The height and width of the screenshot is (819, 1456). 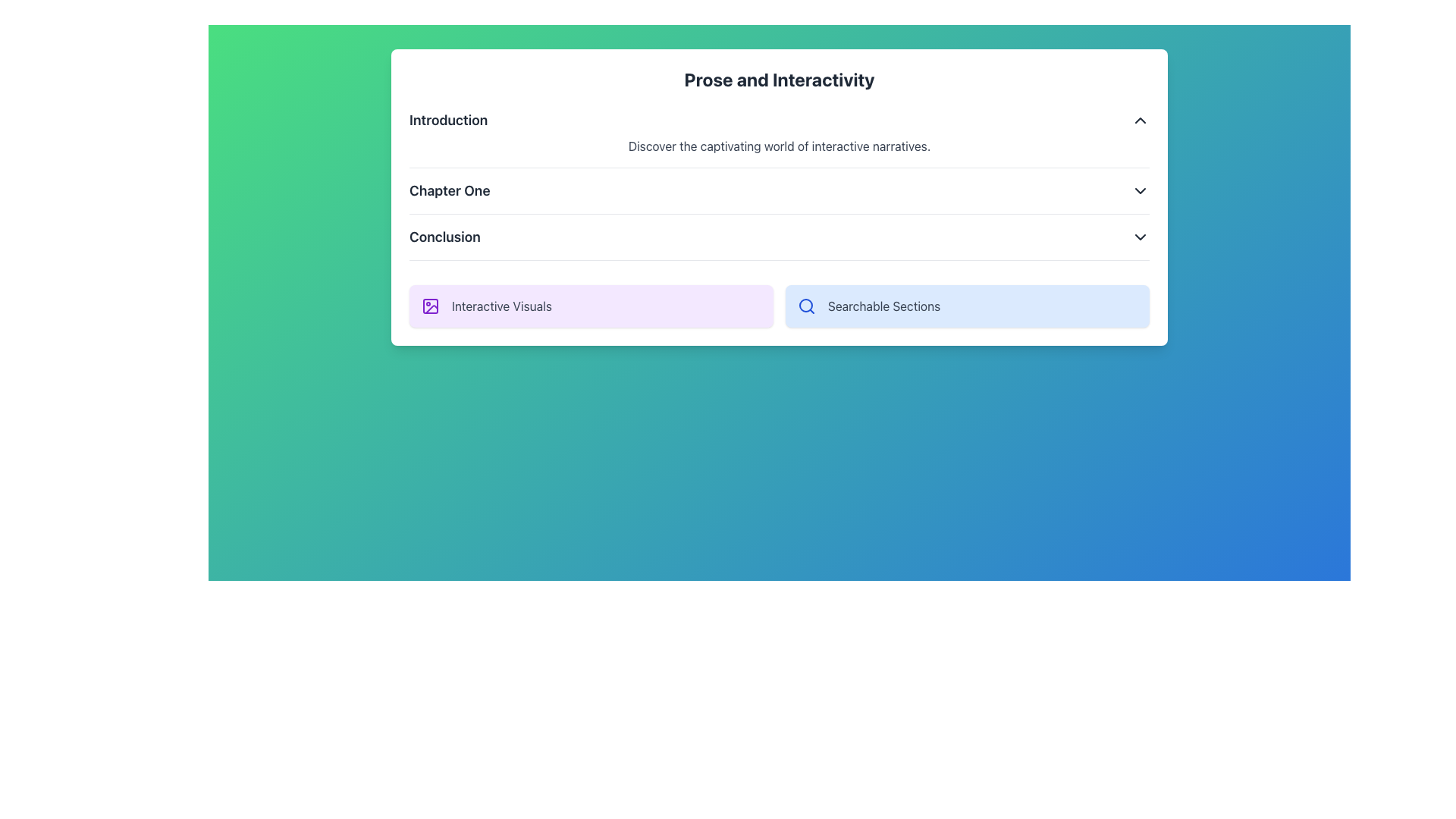 What do you see at coordinates (449, 190) in the screenshot?
I see `the text label reading 'Chapter One', which is styled in a large, bold font and positioned prominently on a panel with a white background and a greenish-blue gradient backdrop` at bounding box center [449, 190].